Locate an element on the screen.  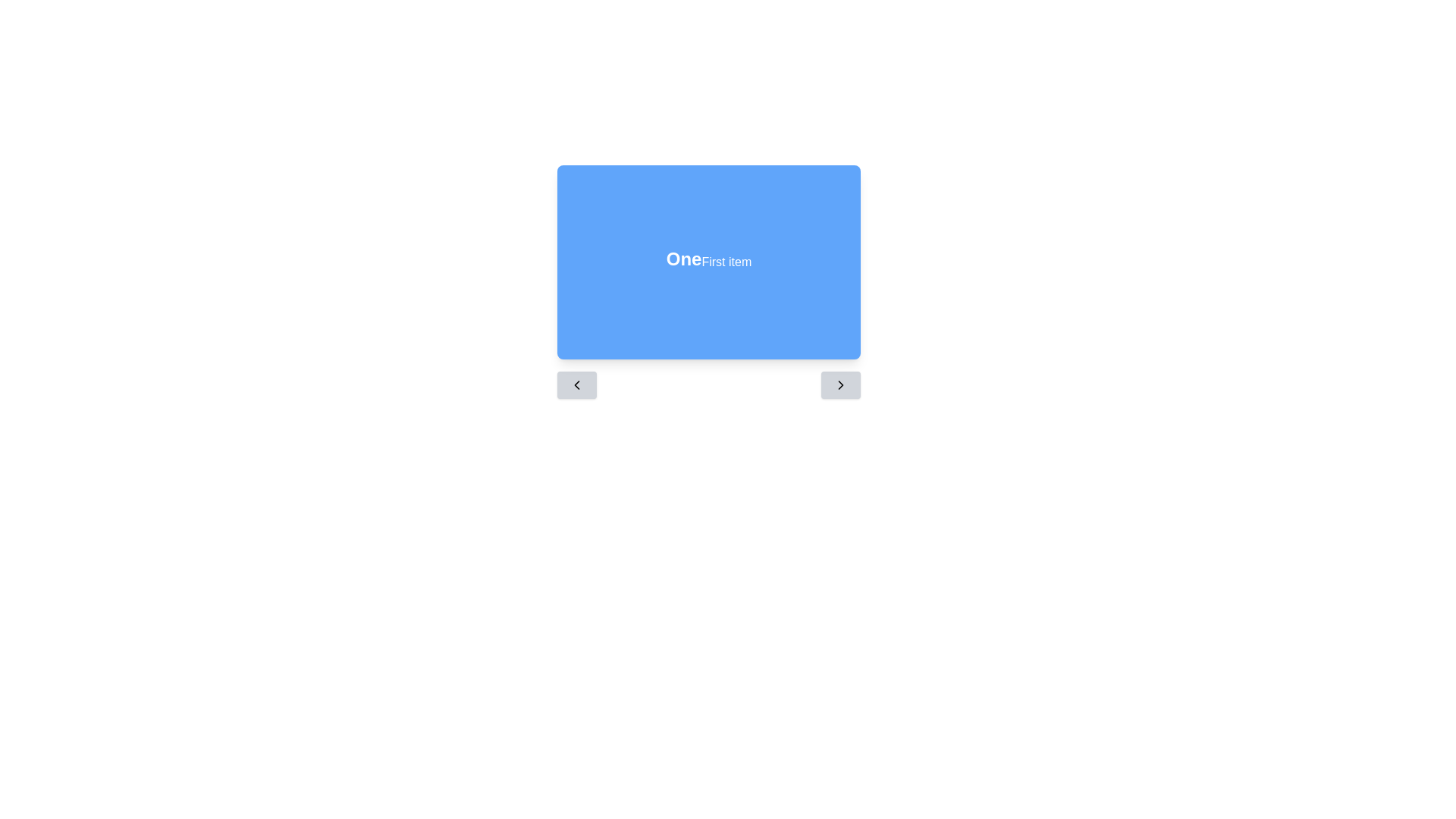
the left navigation icon, which is positioned to the left of the 'One First item' label in the carousel interface, to observe styling changes is located at coordinates (576, 384).